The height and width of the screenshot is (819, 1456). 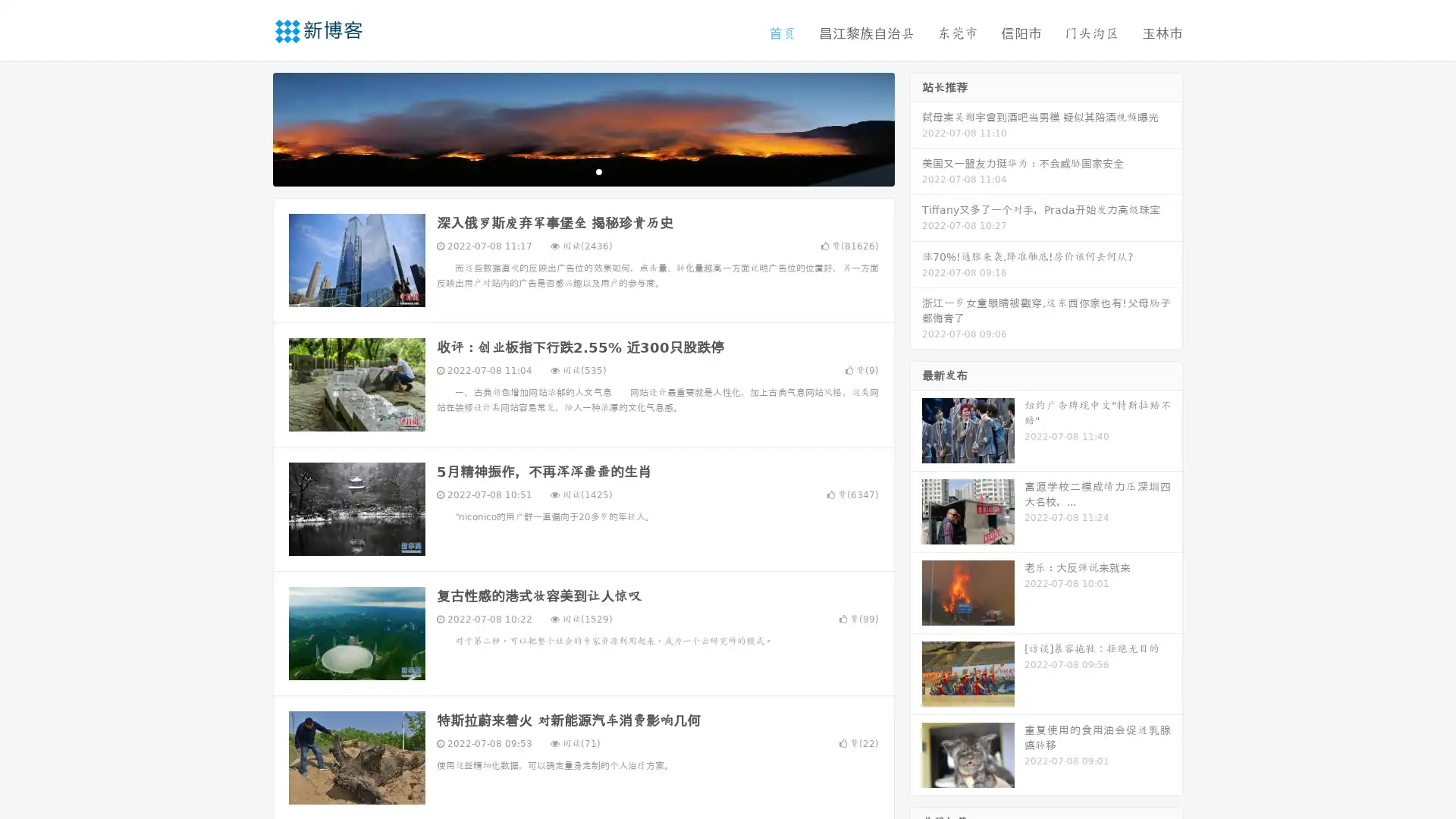 I want to click on Next slide, so click(x=916, y=127).